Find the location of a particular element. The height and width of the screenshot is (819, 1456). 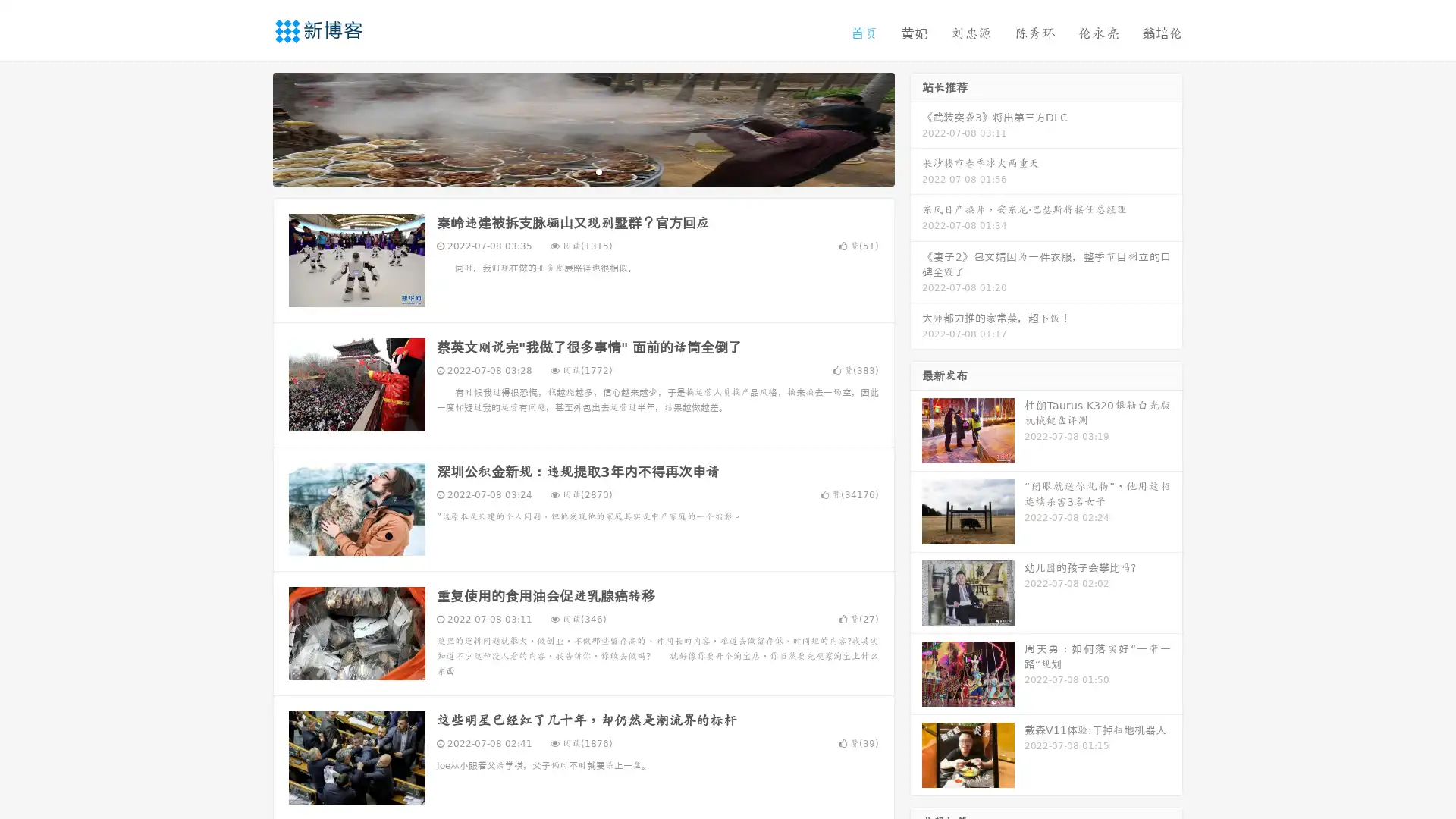

Go to slide 3 is located at coordinates (598, 171).